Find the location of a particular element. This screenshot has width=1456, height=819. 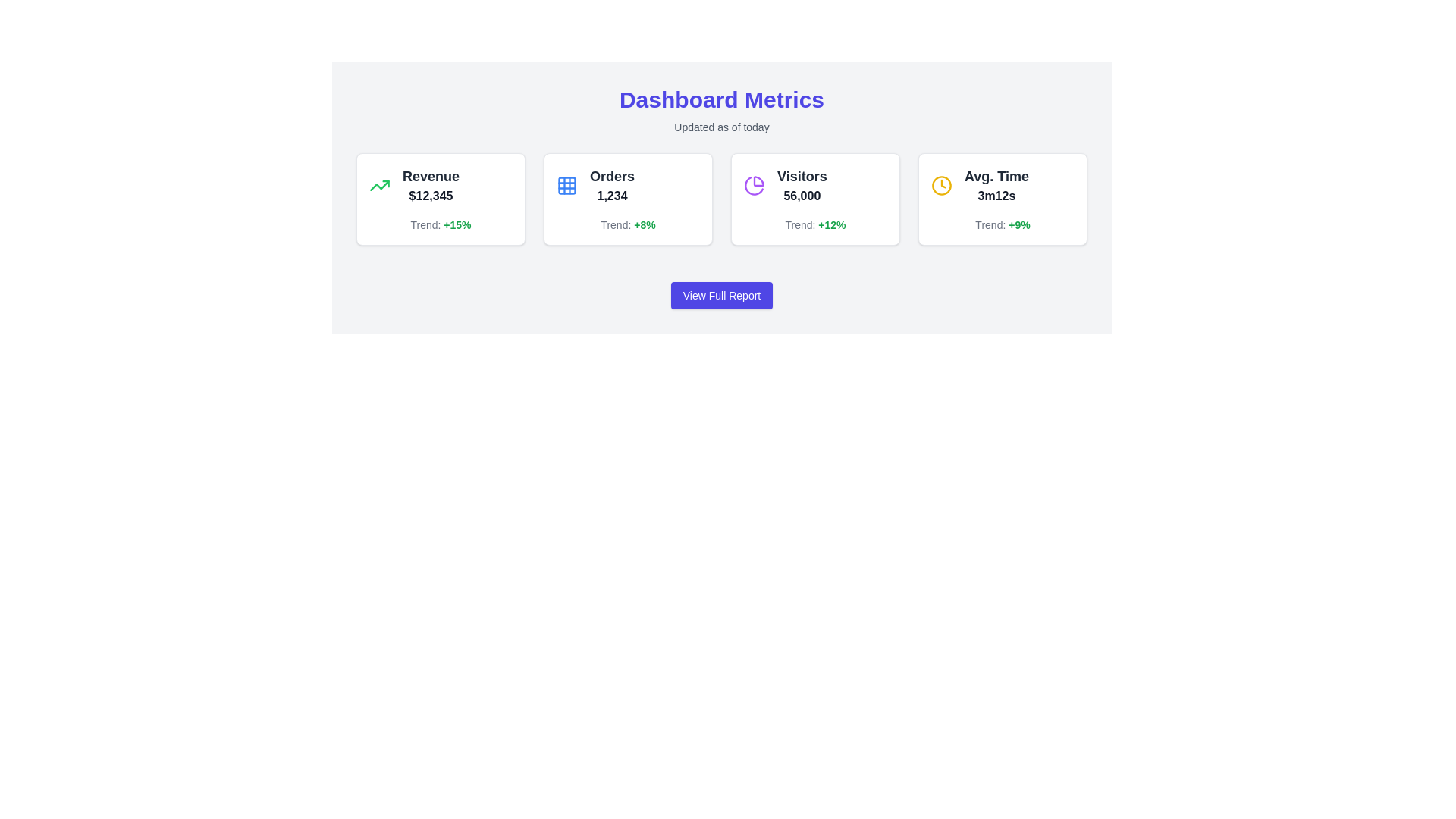

text content of the 'Avg. Time' label, which is displayed in bold and large font at the top of a card, positioned above the time value '3m12s' is located at coordinates (996, 175).